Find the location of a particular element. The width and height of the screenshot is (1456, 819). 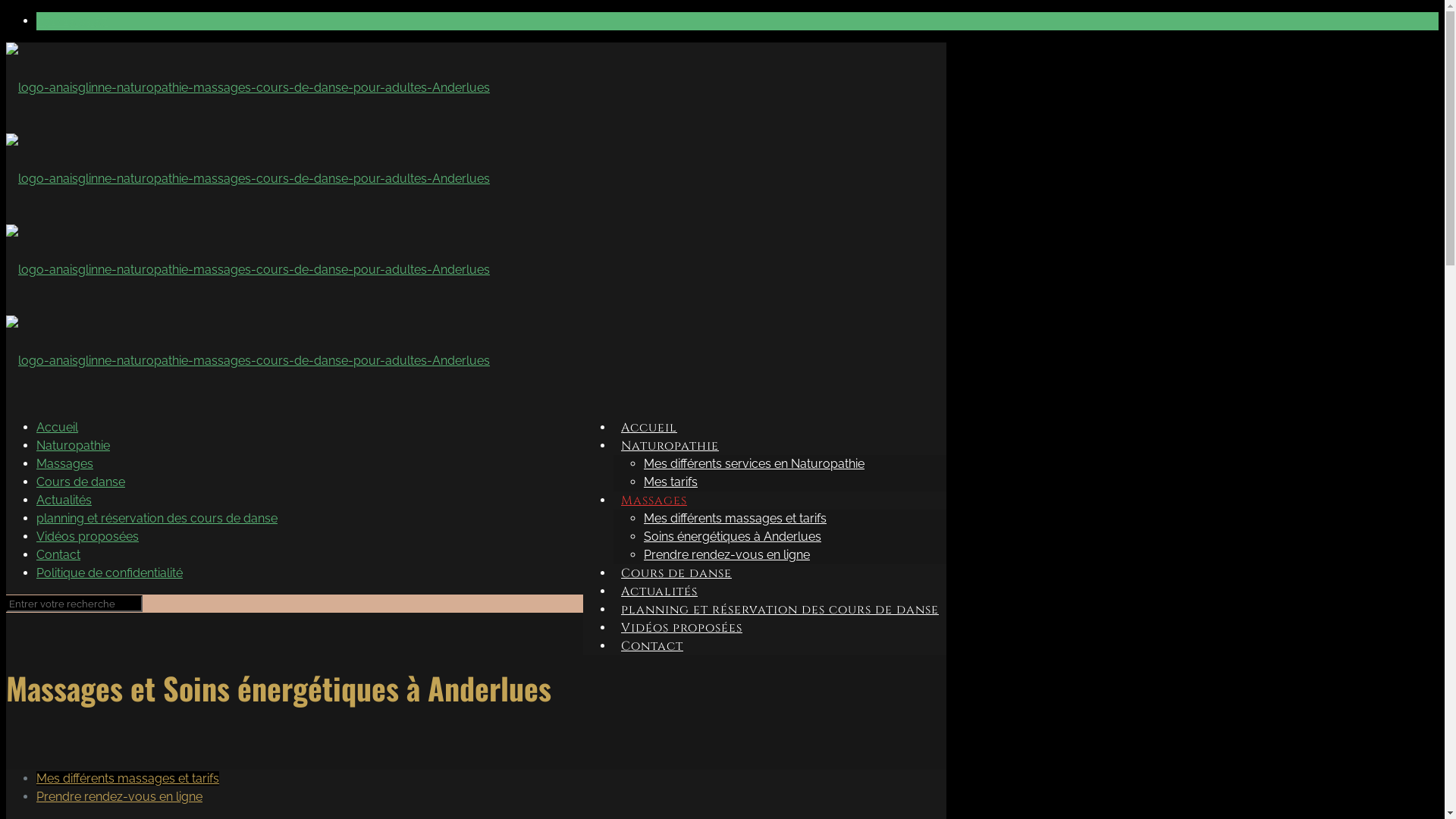

'Massages' is located at coordinates (64, 463).